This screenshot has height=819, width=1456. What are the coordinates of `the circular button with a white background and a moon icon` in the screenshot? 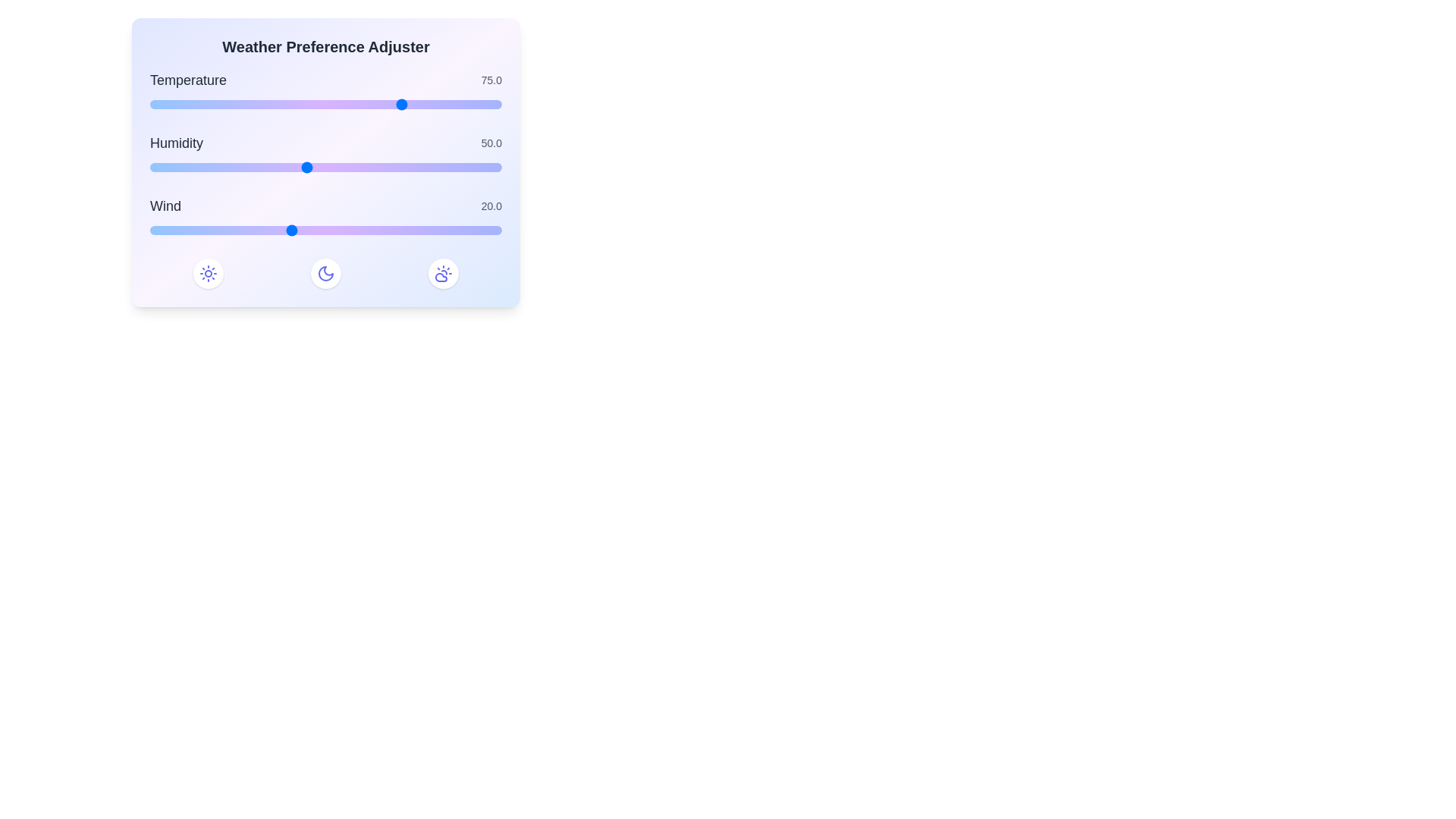 It's located at (325, 274).